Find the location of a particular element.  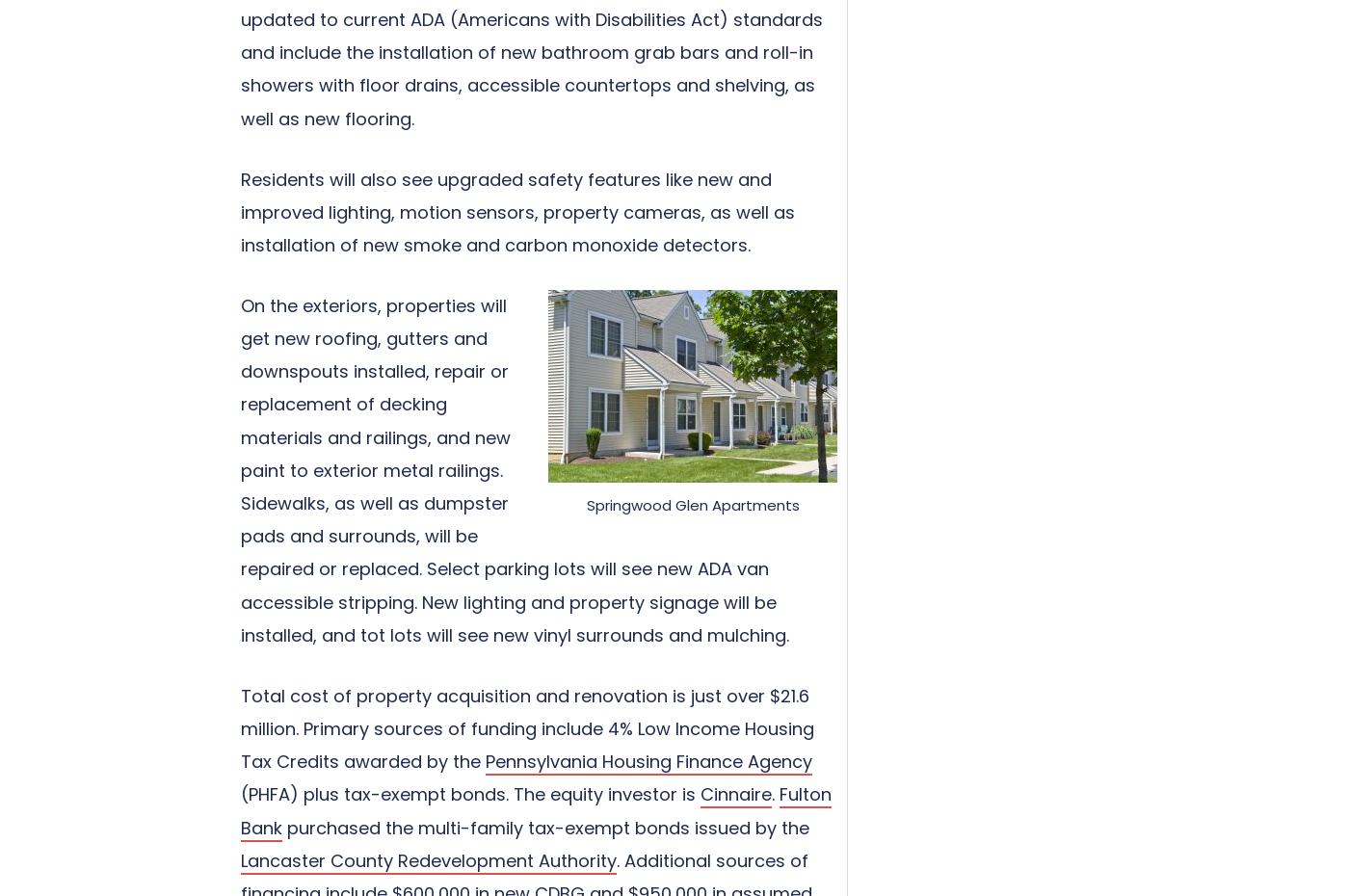

'(PHFA) plus tax-exempt bonds. The equity investor is' is located at coordinates (470, 793).